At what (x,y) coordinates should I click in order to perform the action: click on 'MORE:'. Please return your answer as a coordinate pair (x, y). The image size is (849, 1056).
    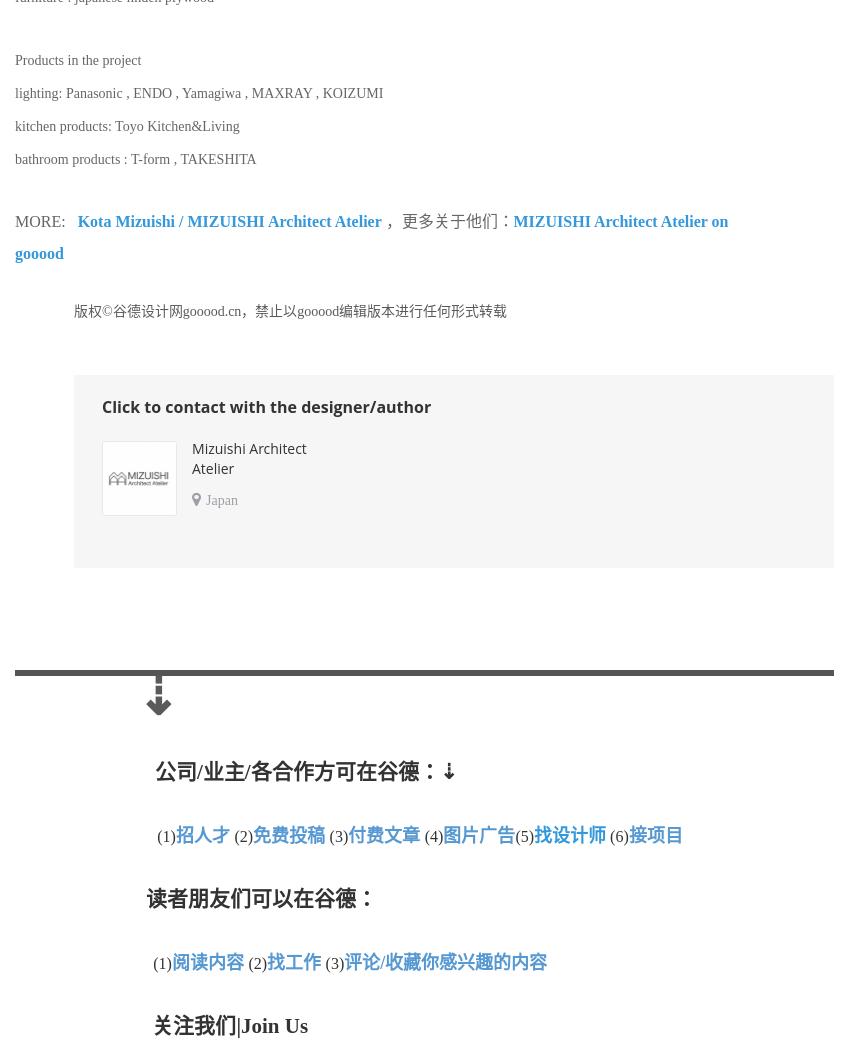
    Looking at the image, I should click on (45, 219).